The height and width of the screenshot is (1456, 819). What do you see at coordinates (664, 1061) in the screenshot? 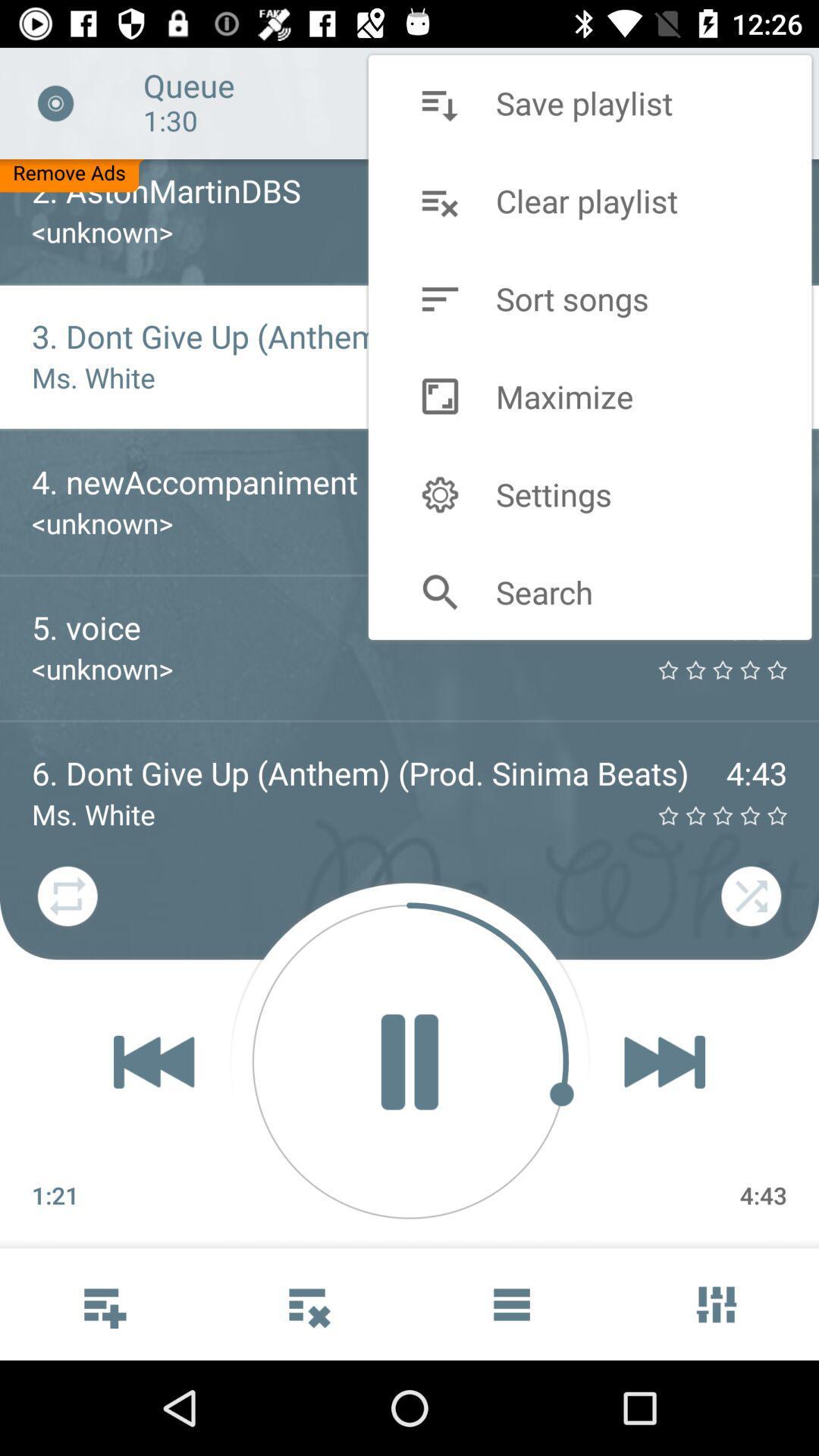
I see `the skip_next icon` at bounding box center [664, 1061].